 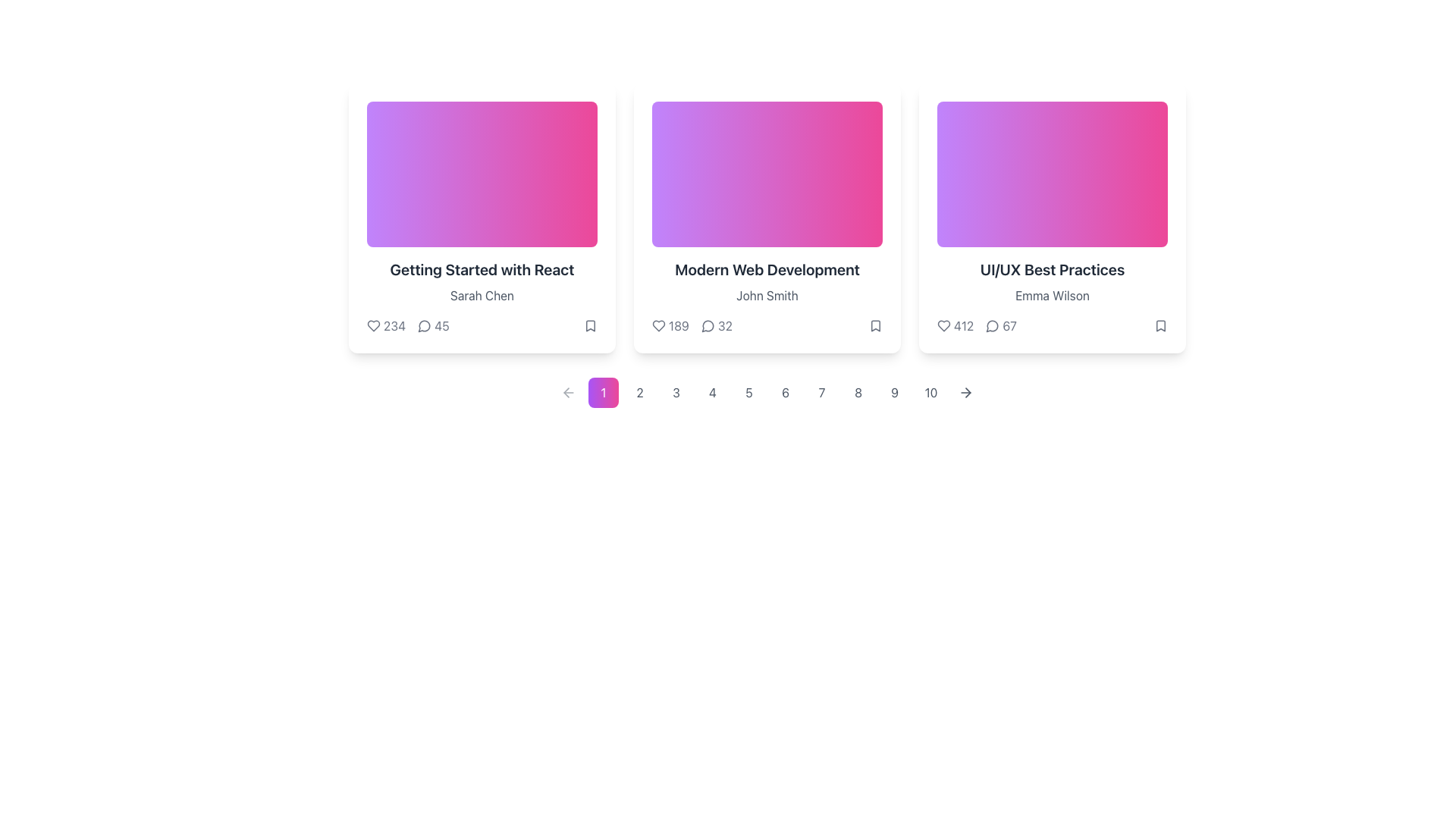 What do you see at coordinates (386, 325) in the screenshot?
I see `the interactive like counter element, which features a heart icon and is located at the bottom left of the 'Getting Started with React' card, positioned to the left of a similar element displaying '45'` at bounding box center [386, 325].